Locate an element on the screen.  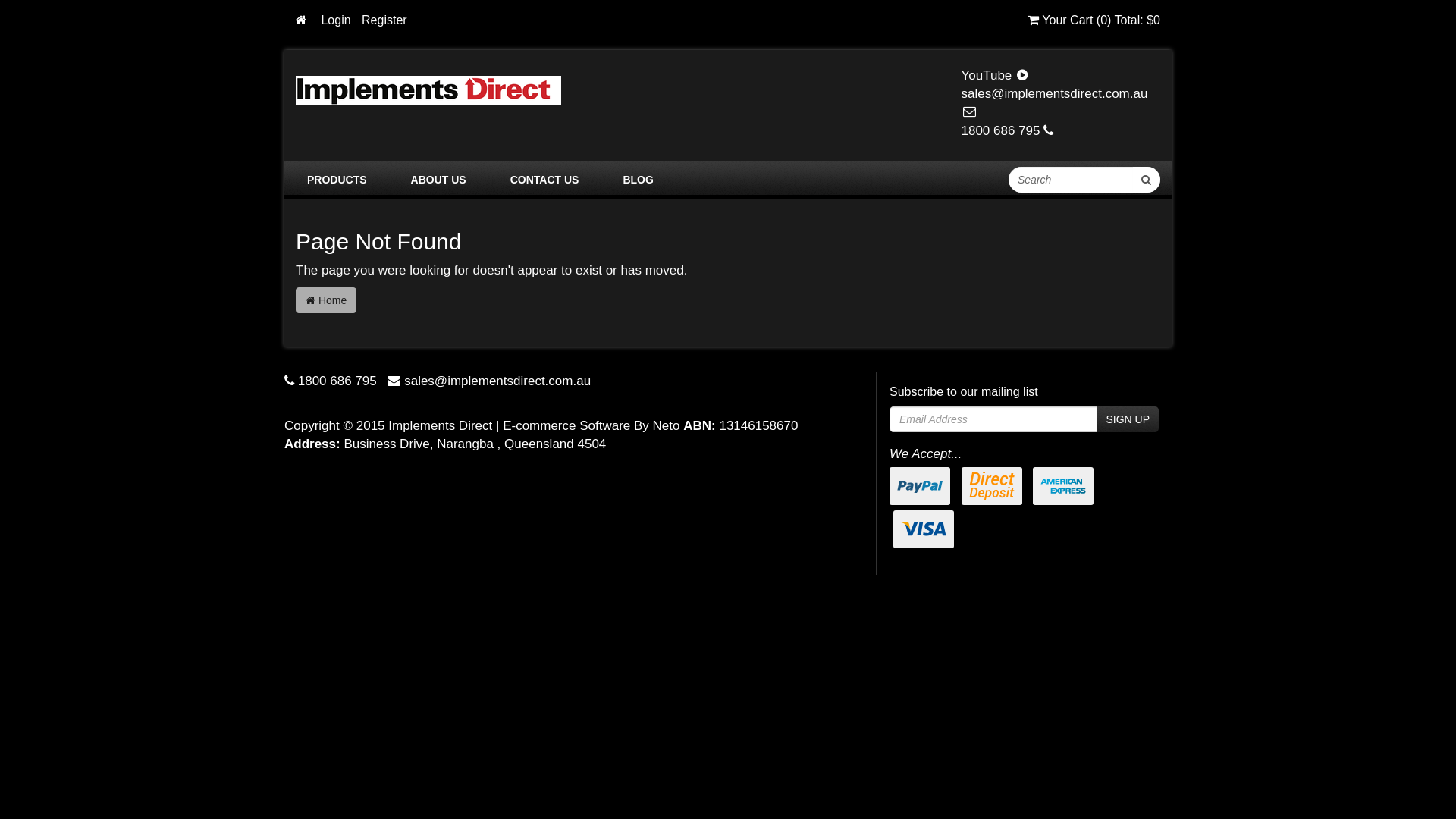
'Sign Up' is located at coordinates (1096, 419).